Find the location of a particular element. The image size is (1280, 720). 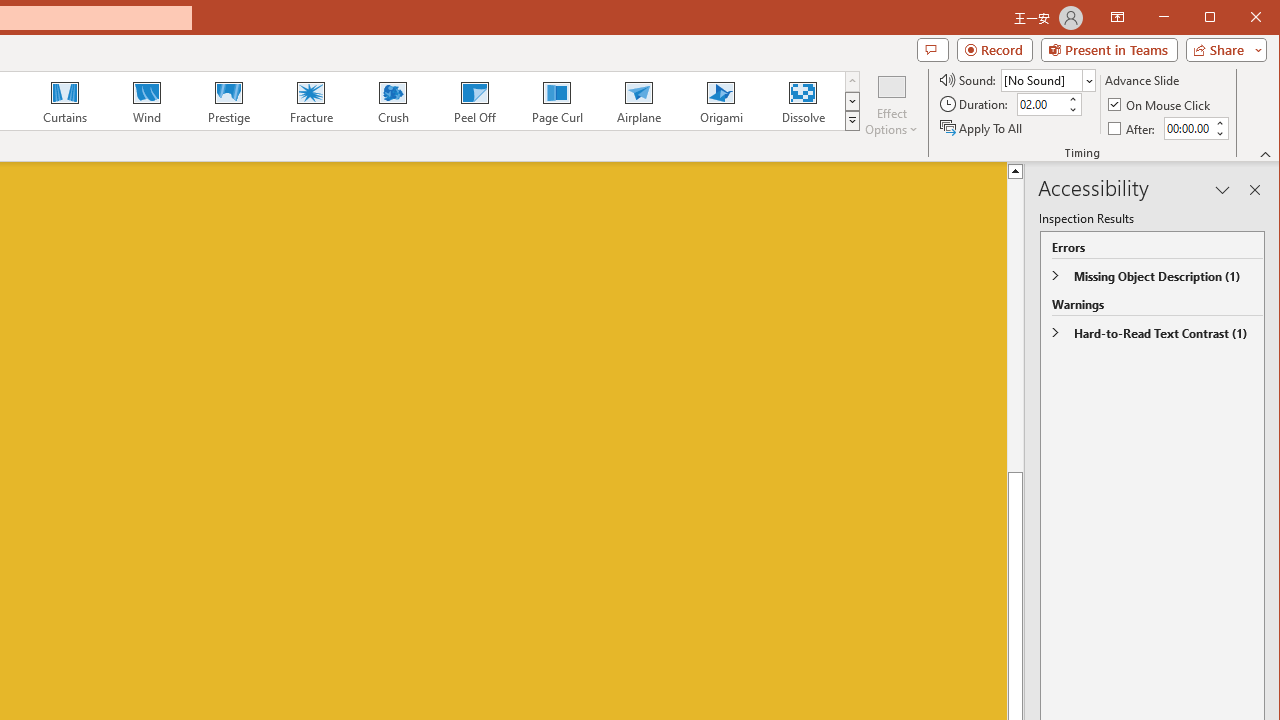

'Sound' is located at coordinates (1047, 79).